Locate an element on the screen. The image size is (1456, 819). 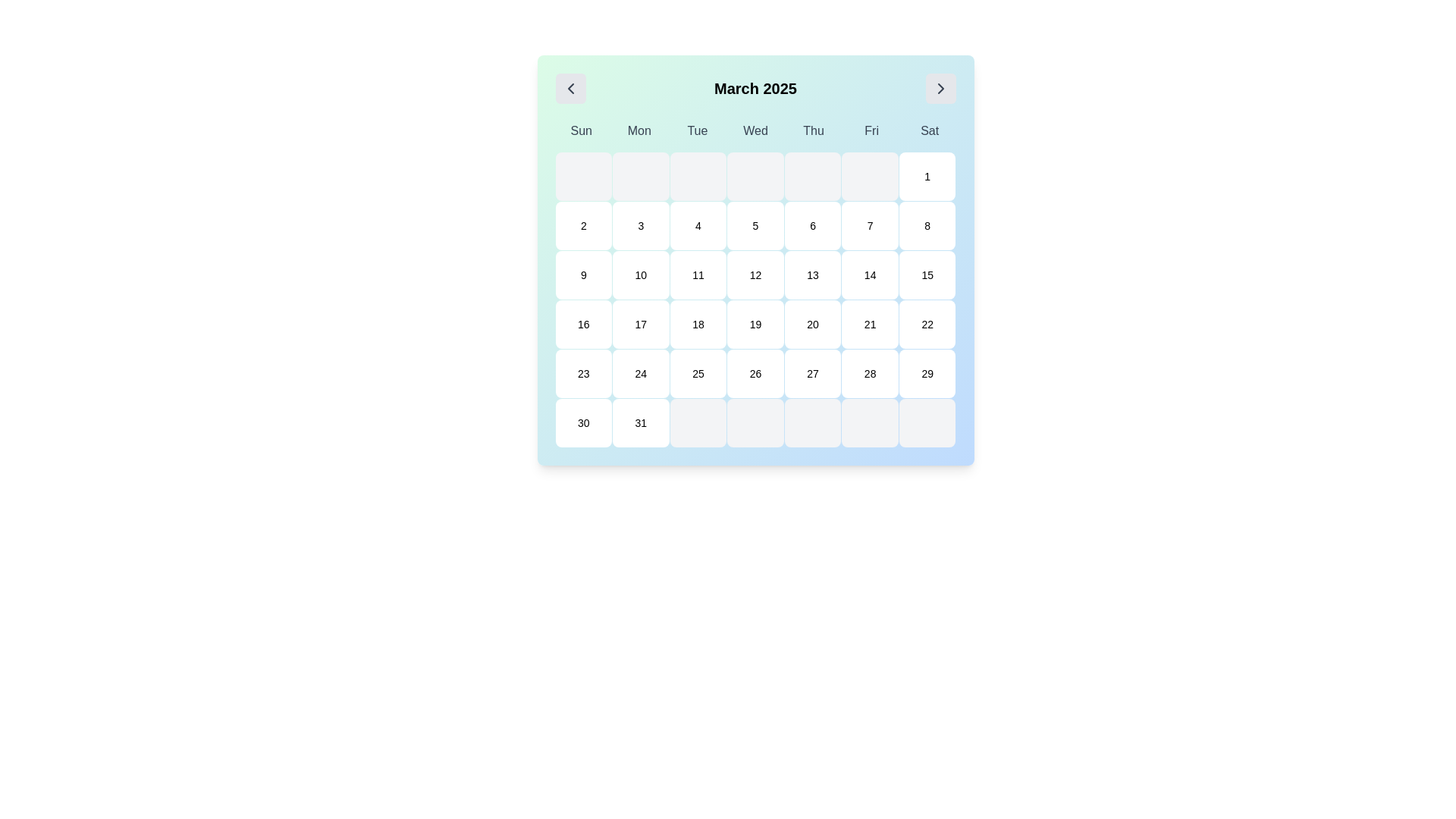
the Calendar date button representing the date '26' in the March 2025 calendar is located at coordinates (755, 374).